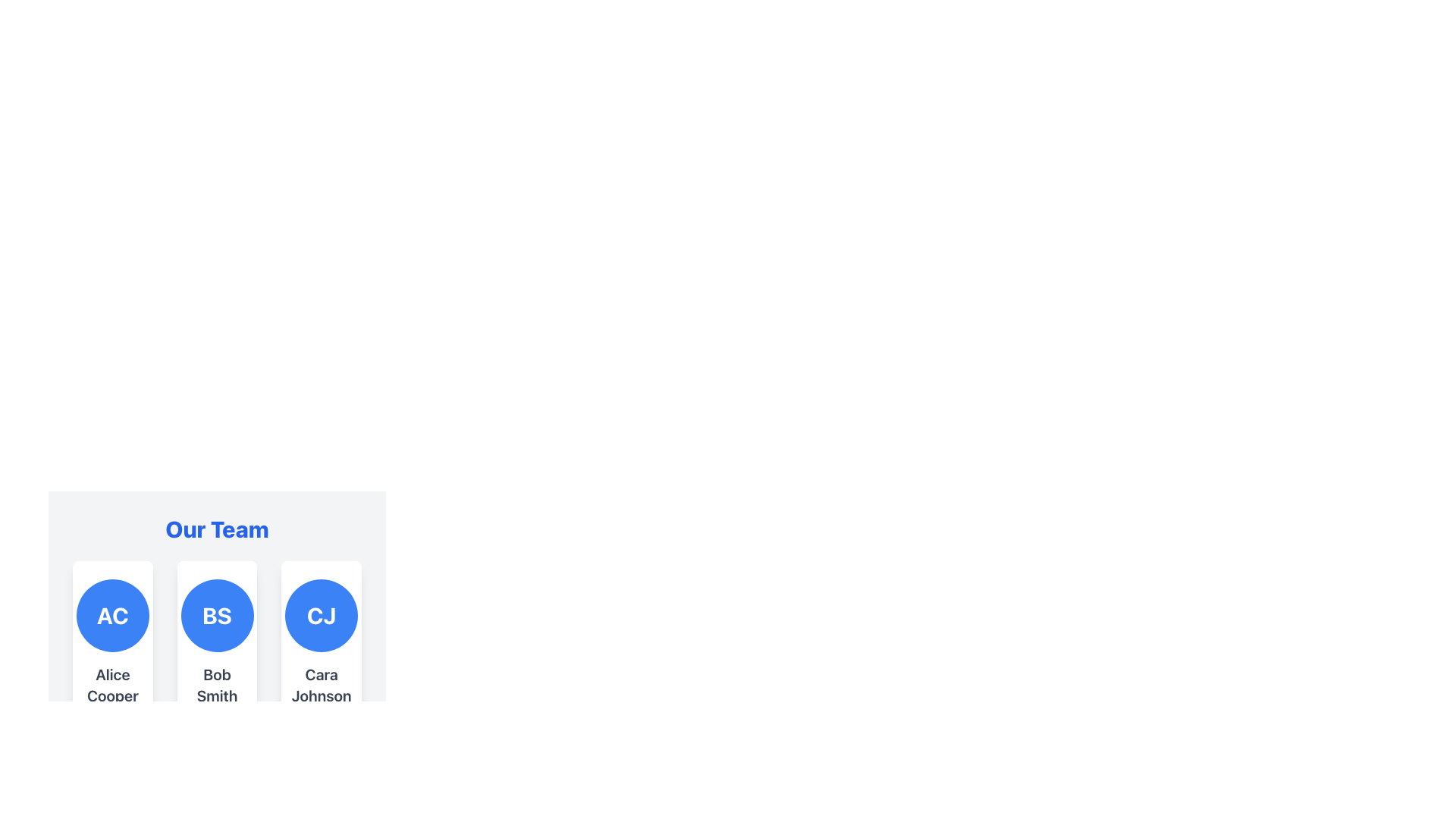 The image size is (1456, 819). I want to click on the text element that identifies a team member by name, located directly under the circular avatar labeled 'AC' and positioned as the first line of text in the column, so click(111, 685).